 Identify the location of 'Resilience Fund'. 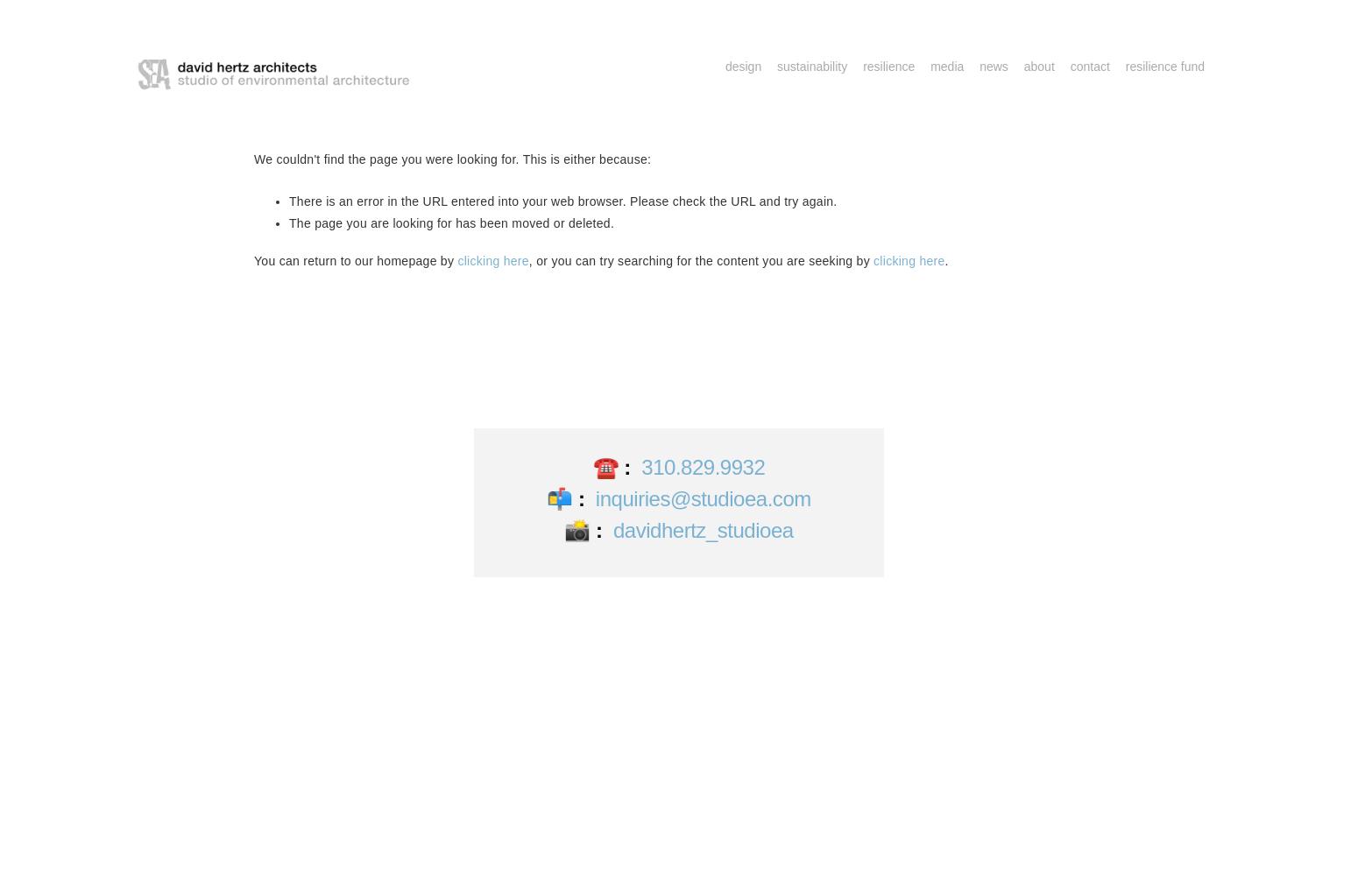
(1164, 66).